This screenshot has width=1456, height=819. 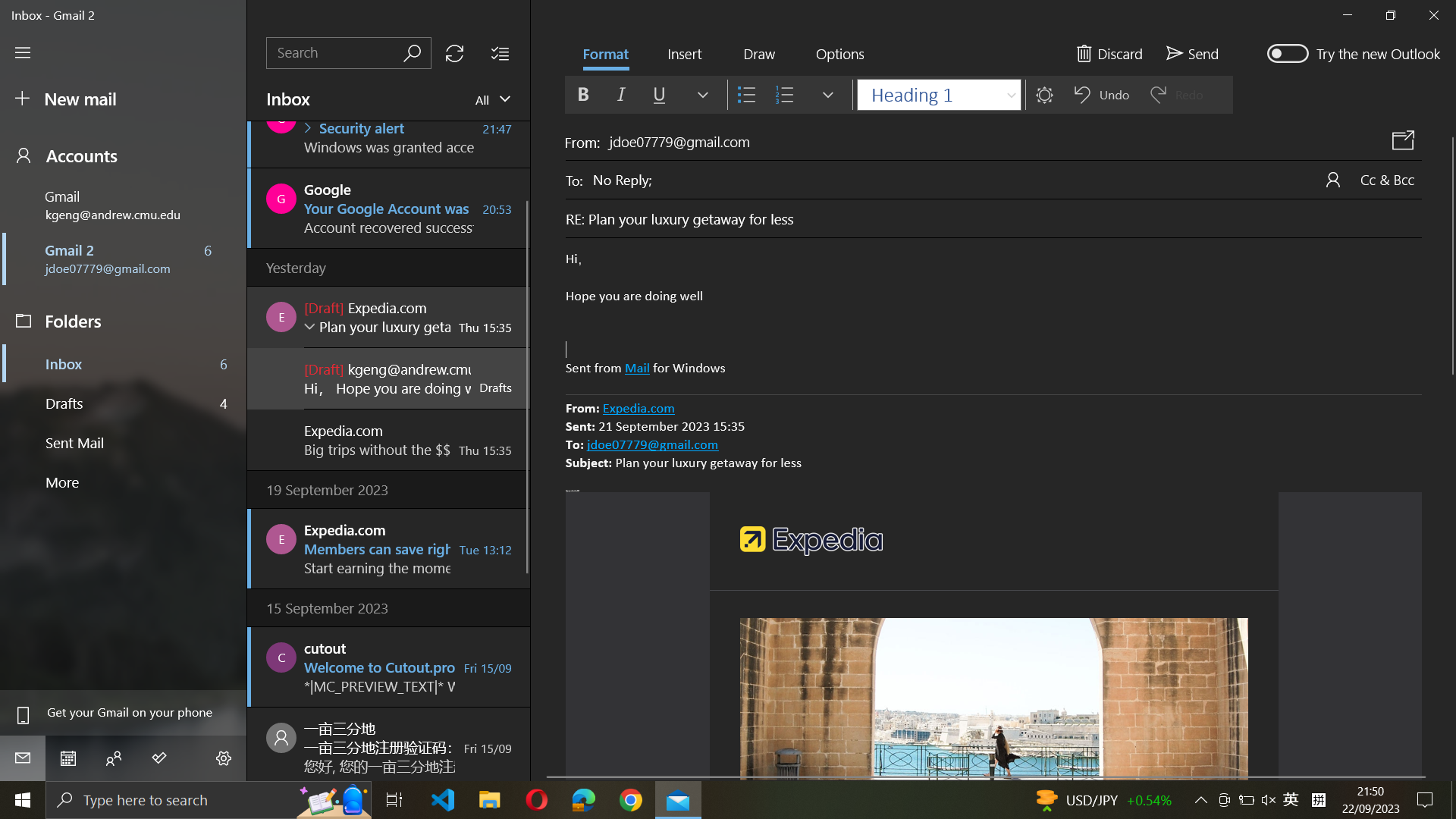 I want to click on Highlight all the text in the email and underline it, so click(x=993, y=314).